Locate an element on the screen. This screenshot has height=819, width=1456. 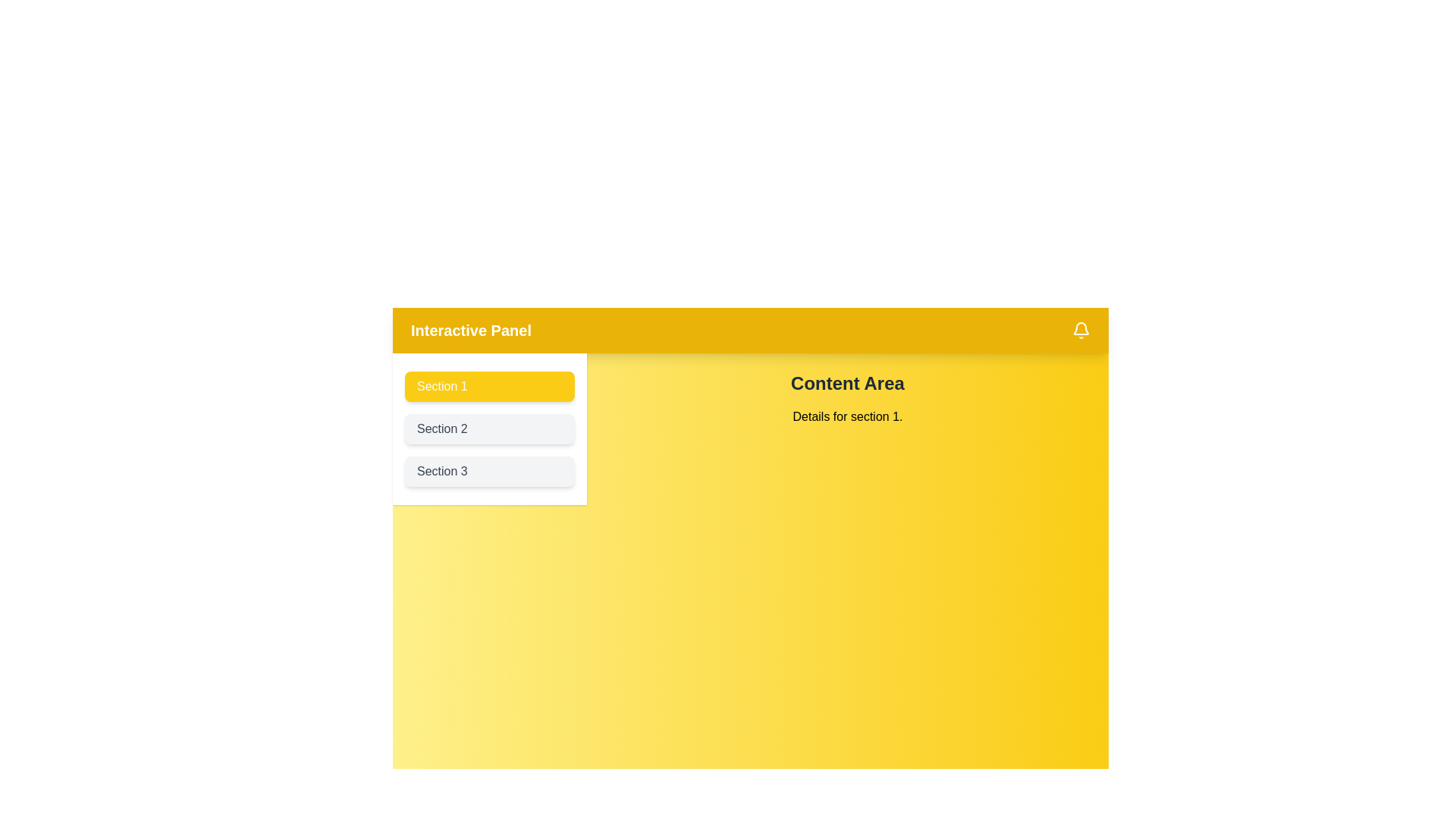
the leftmost Text label in the horizontal navigation bar at the top of the interface is located at coordinates (470, 329).